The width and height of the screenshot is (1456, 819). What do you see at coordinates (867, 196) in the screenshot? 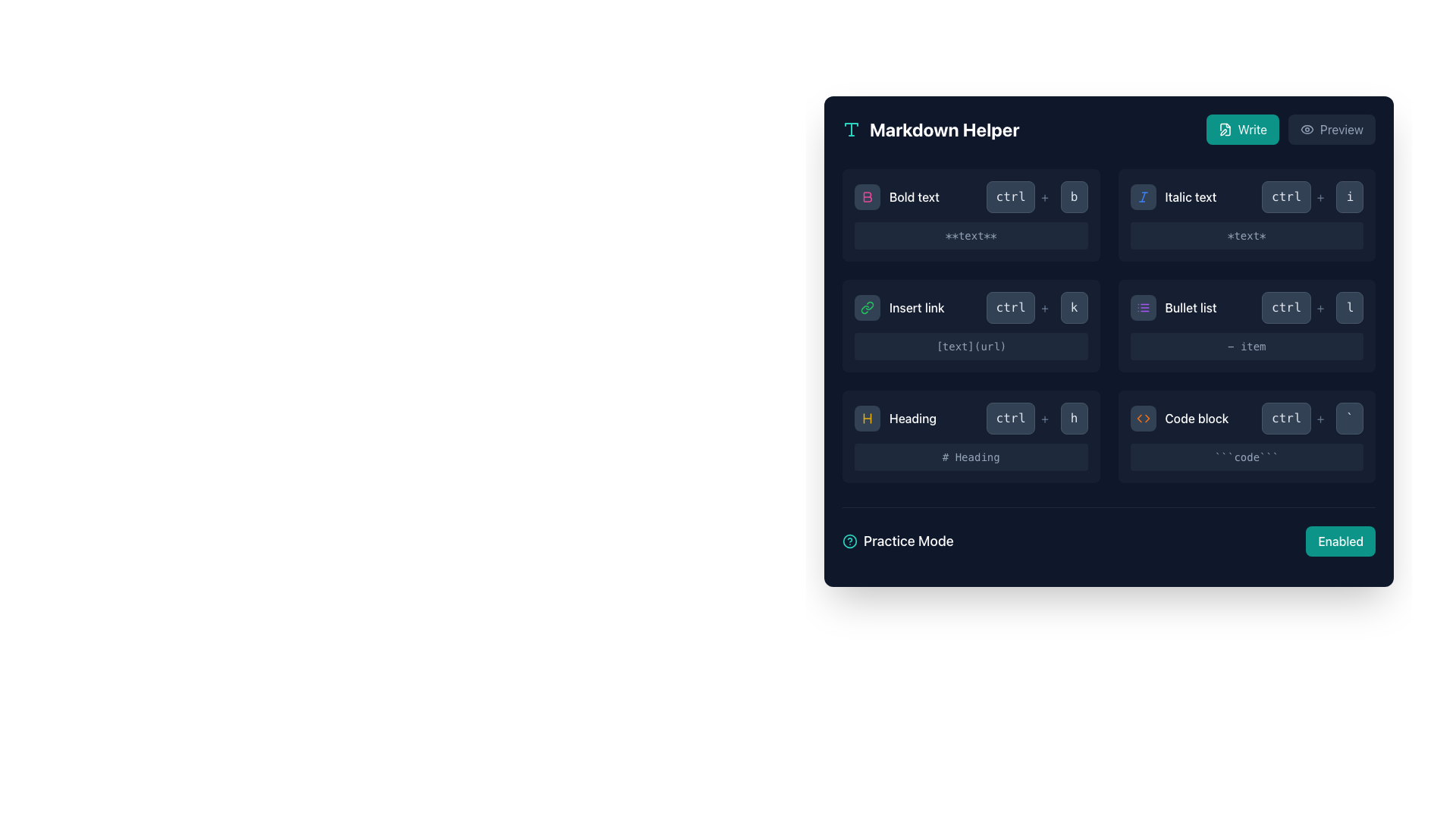
I see `the 'Bold text' icon located in the top-left corner of the Markdown Helper interface` at bounding box center [867, 196].